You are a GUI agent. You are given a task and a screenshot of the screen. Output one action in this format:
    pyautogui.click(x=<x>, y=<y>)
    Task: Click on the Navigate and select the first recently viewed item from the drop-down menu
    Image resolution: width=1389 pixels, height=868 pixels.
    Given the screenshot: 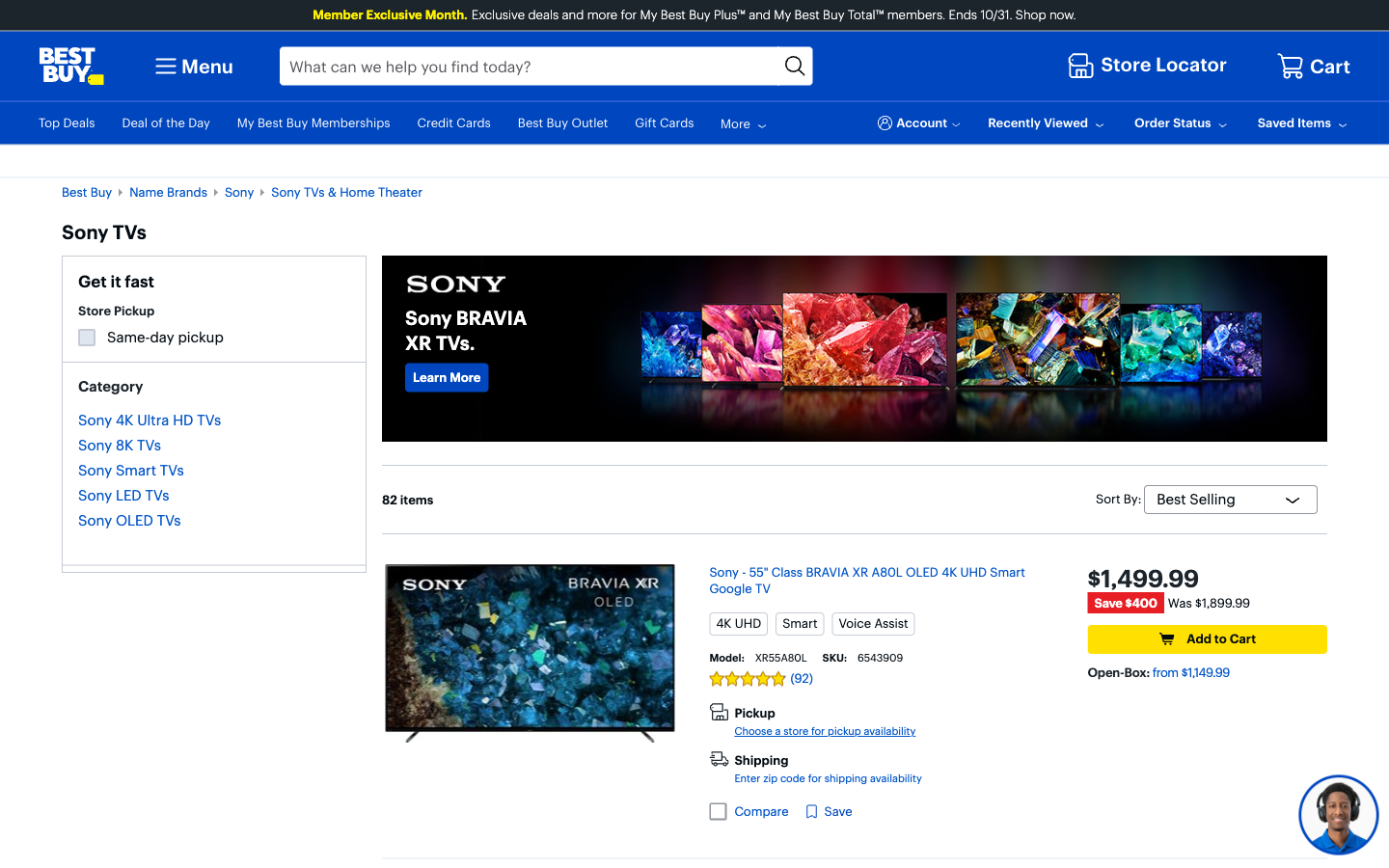 What is the action you would take?
    pyautogui.click(x=1047, y=122)
    